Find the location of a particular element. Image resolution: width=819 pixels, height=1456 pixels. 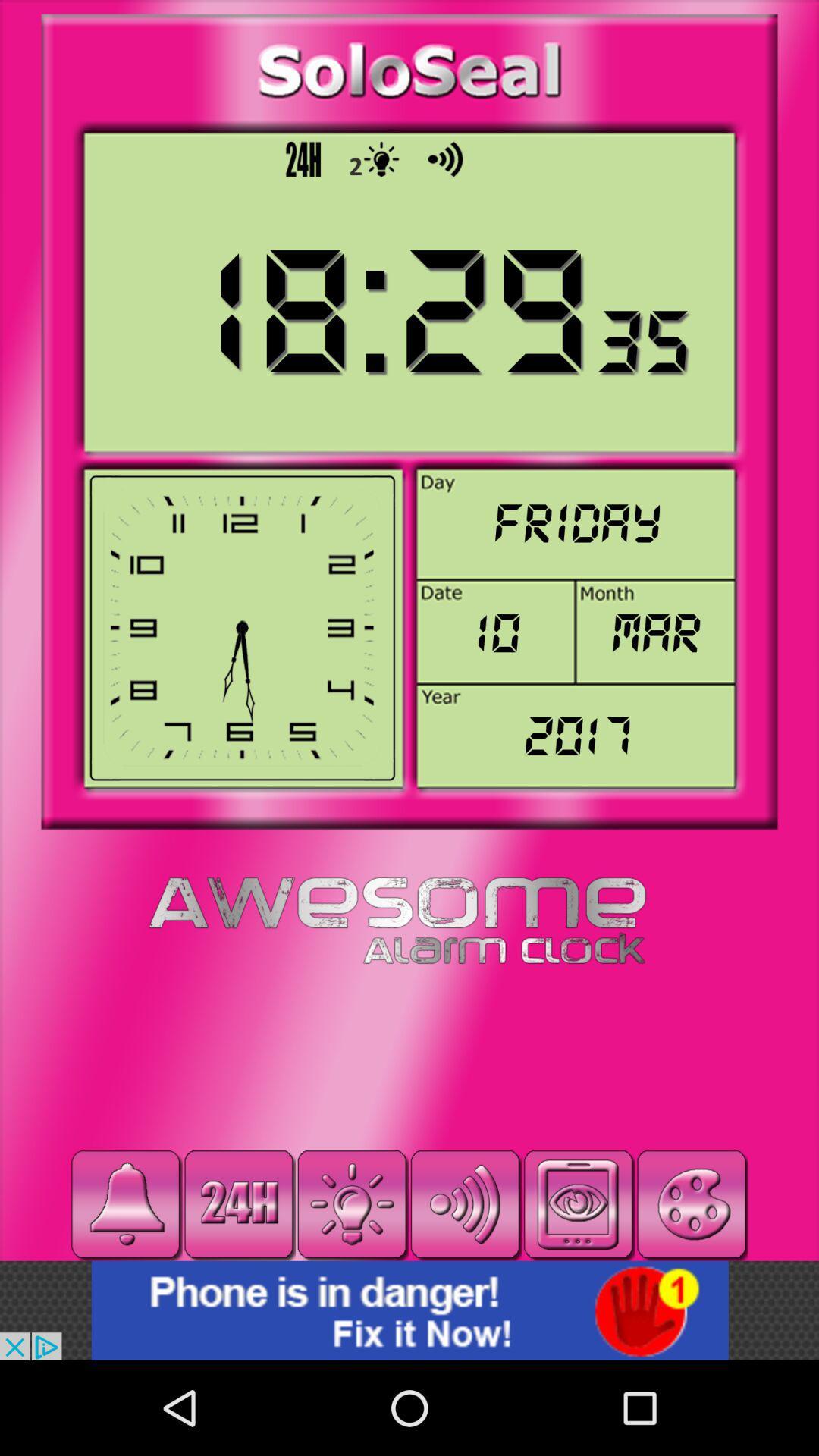

bell button is located at coordinates (125, 1203).